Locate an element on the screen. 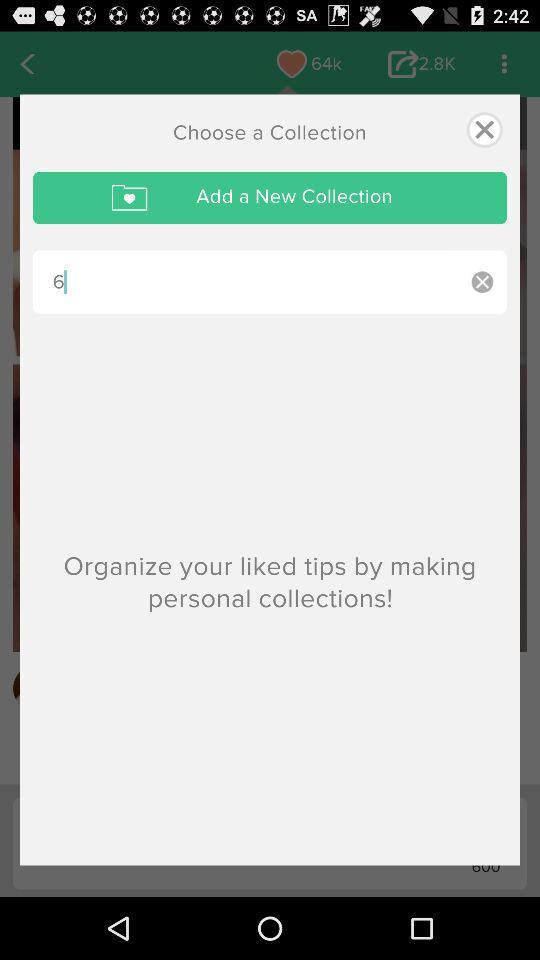  clear words is located at coordinates (481, 281).